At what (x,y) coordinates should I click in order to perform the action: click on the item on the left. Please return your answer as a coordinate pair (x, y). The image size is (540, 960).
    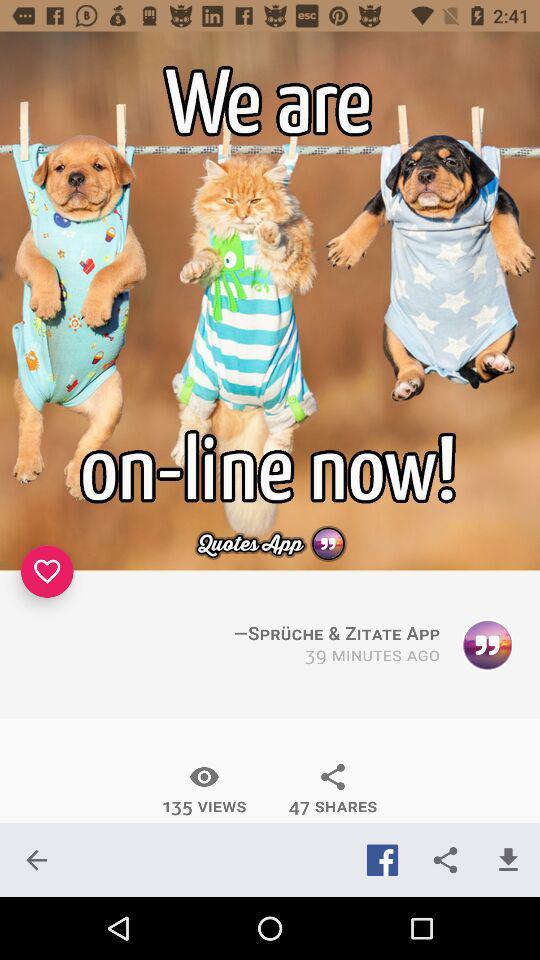
    Looking at the image, I should click on (47, 571).